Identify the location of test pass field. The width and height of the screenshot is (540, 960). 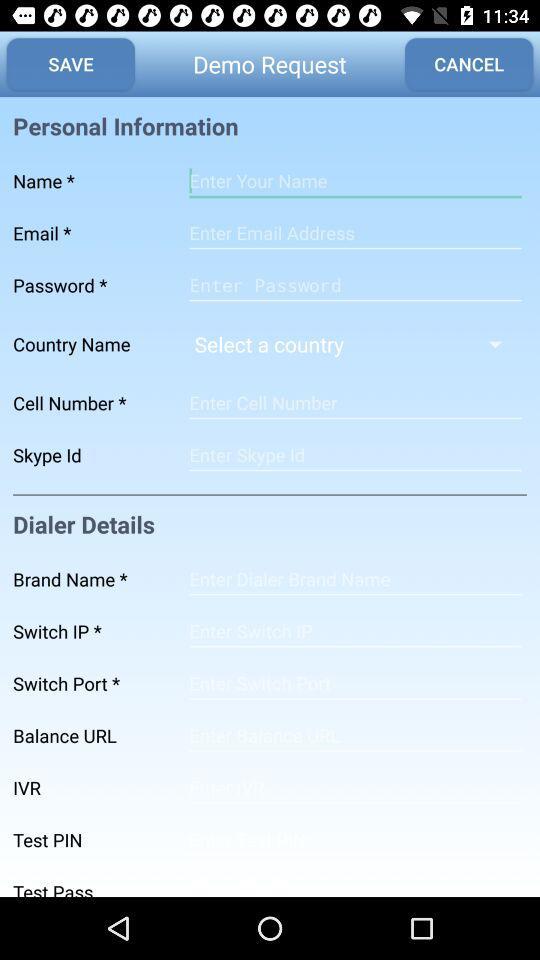
(354, 880).